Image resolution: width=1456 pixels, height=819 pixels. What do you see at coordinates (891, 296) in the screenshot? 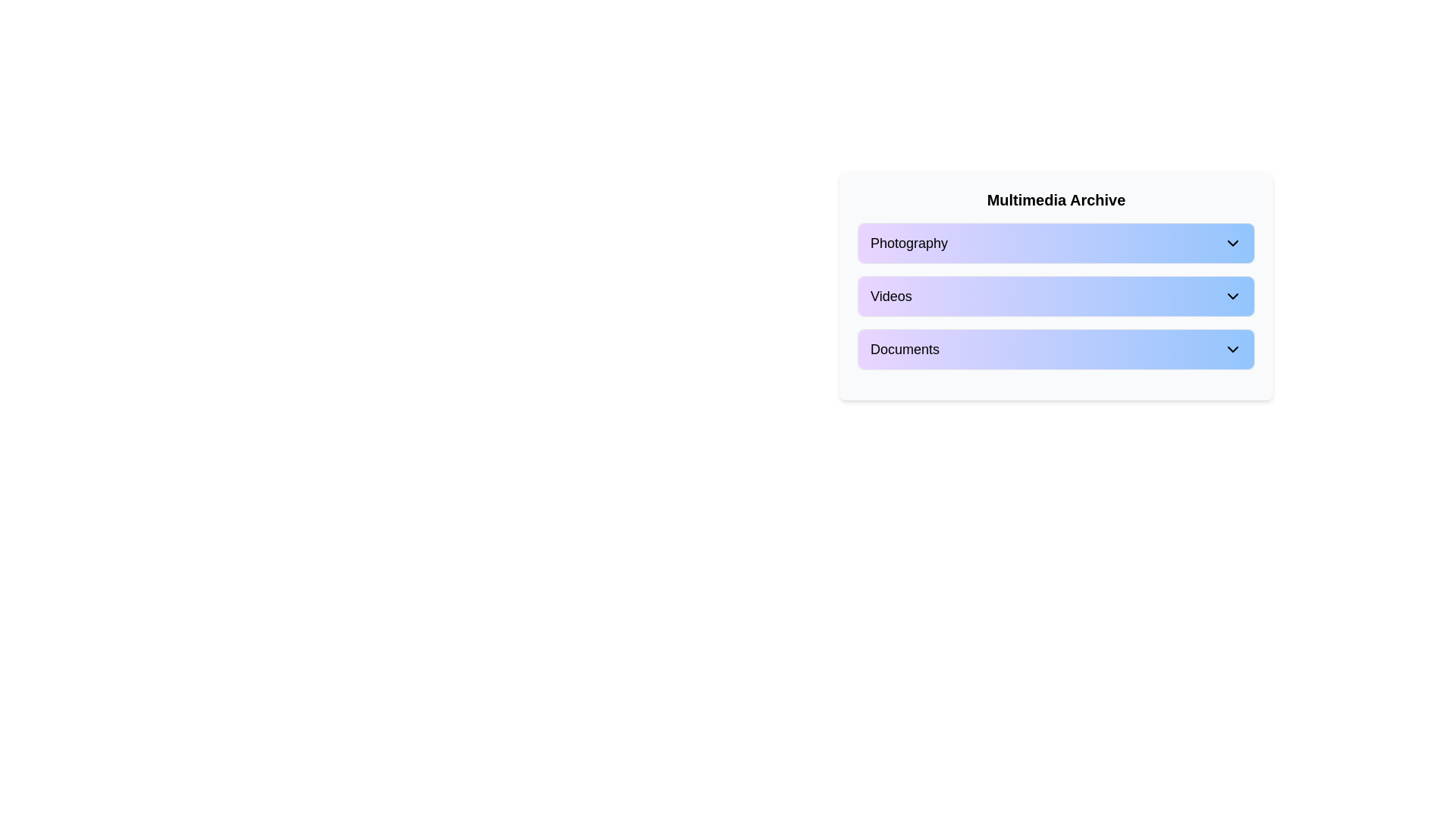
I see `text content of the 'Videos' label, which is located in the 'Multimedia Archive' menu between 'Photography' and 'Documents'` at bounding box center [891, 296].